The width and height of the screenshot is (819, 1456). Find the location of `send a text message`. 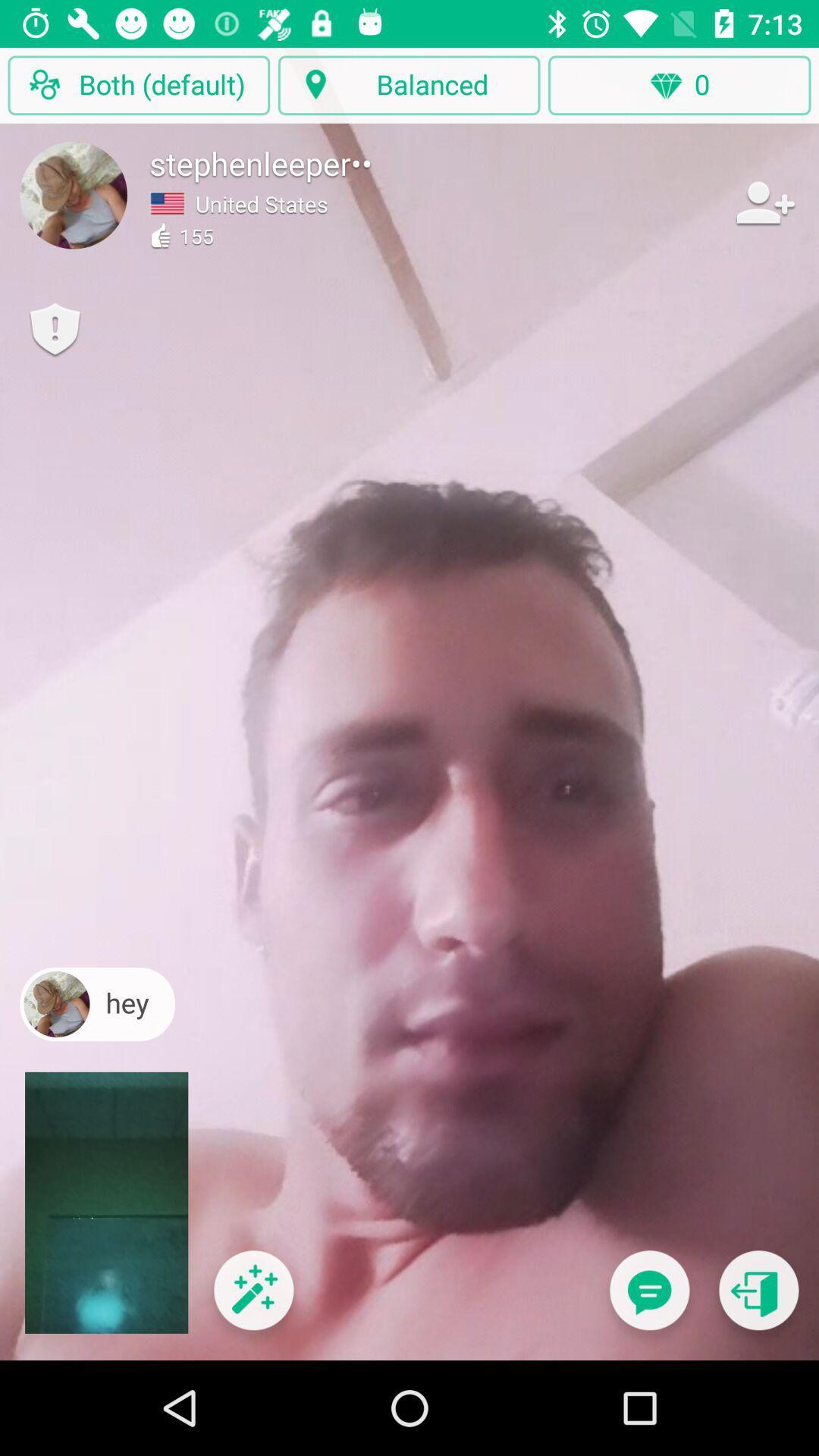

send a text message is located at coordinates (648, 1299).